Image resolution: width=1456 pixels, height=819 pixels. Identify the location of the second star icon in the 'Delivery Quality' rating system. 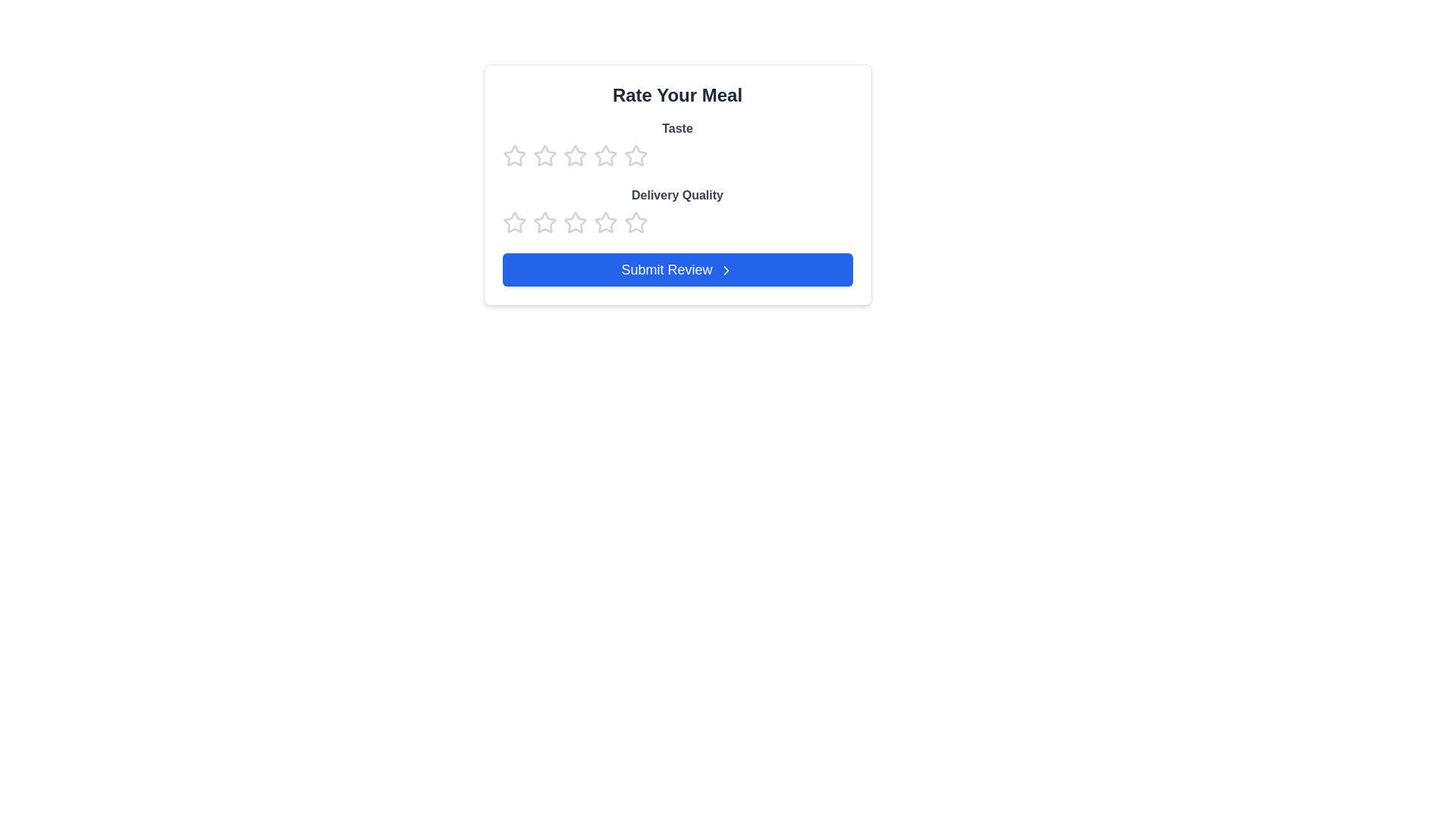
(544, 222).